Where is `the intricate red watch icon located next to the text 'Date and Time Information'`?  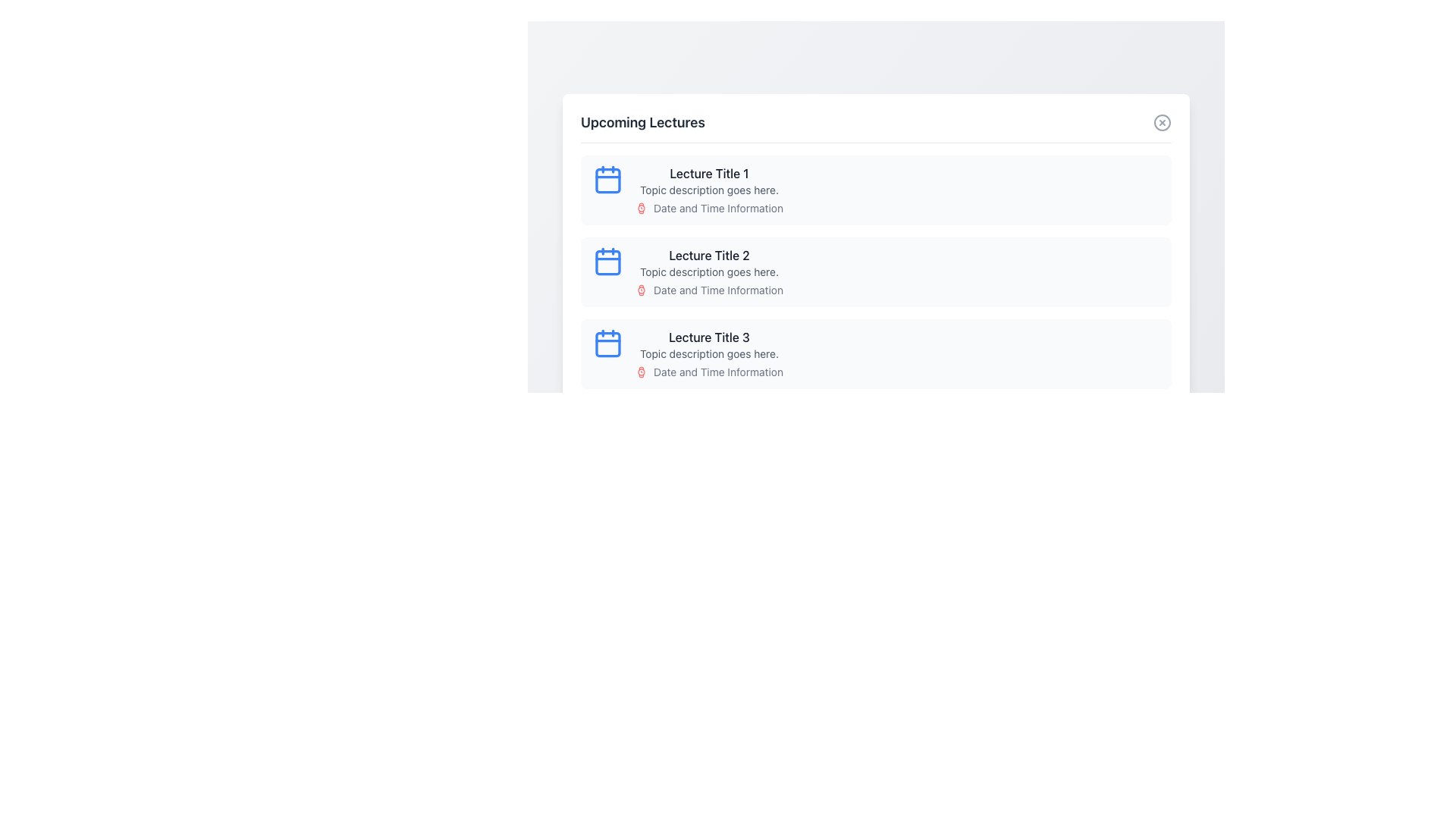 the intricate red watch icon located next to the text 'Date and Time Information' is located at coordinates (641, 290).